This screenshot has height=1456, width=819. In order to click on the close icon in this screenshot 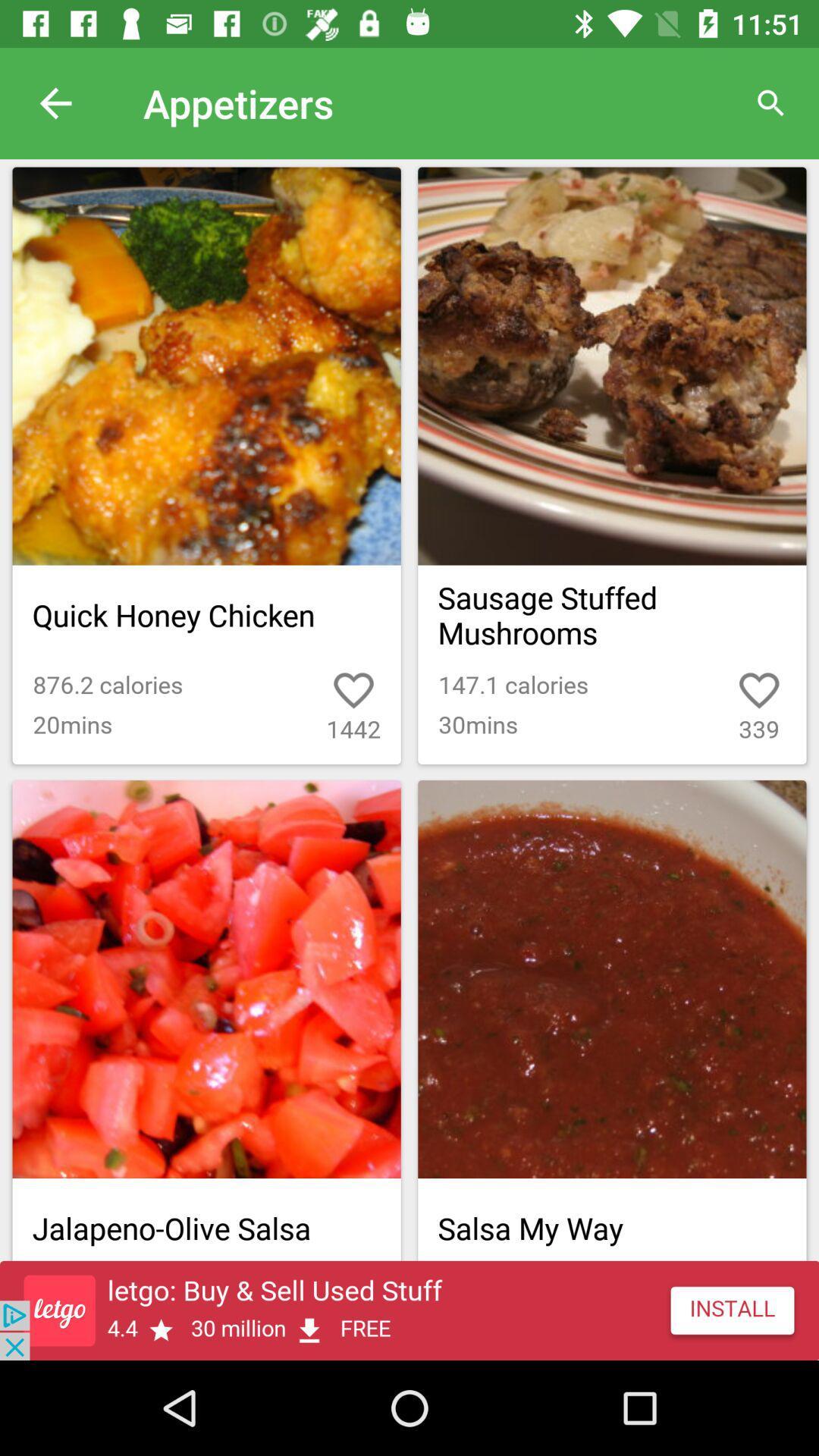, I will do `click(724, 1166)`.